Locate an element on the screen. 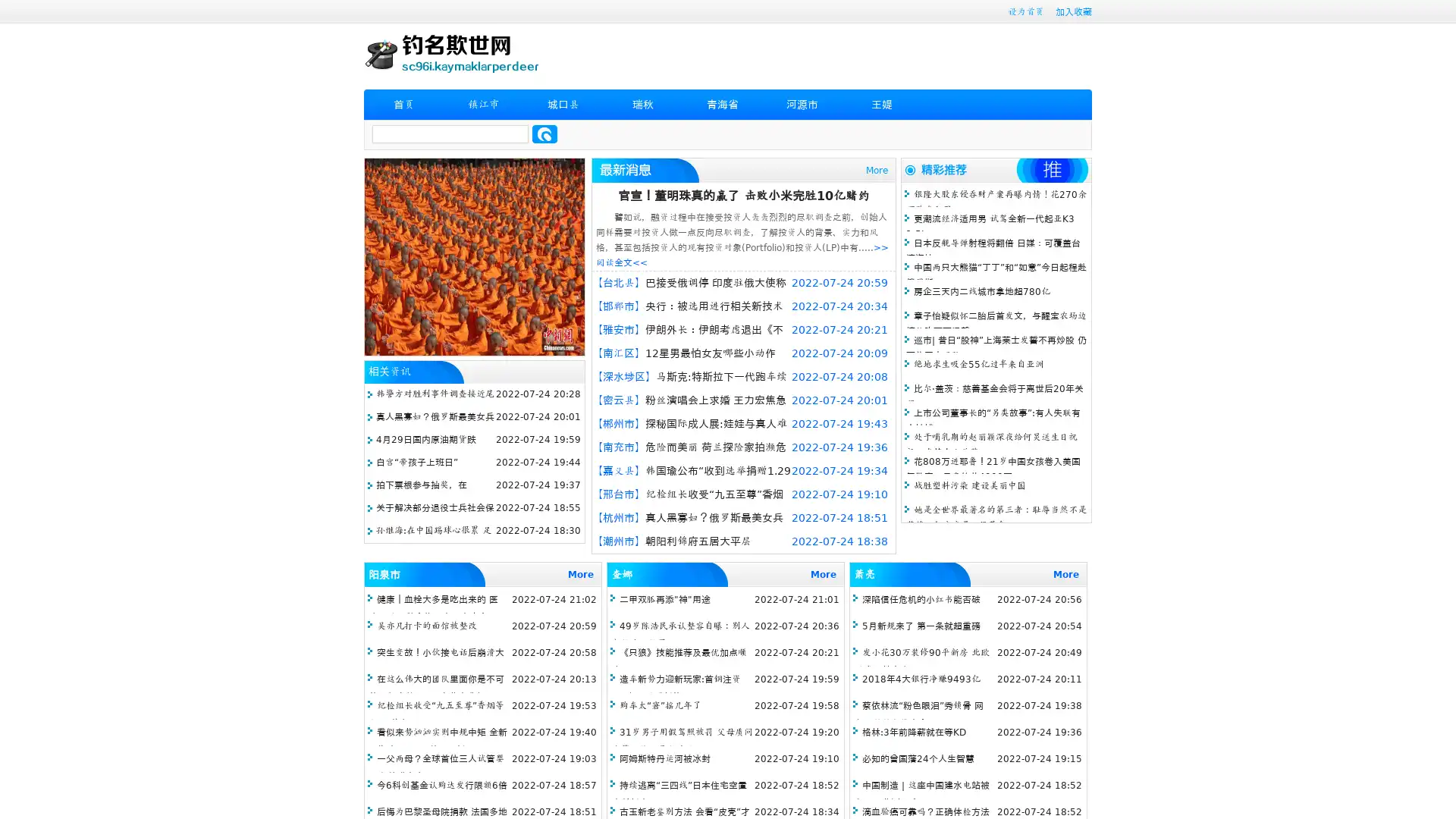 The image size is (1456, 819). Search is located at coordinates (544, 133).